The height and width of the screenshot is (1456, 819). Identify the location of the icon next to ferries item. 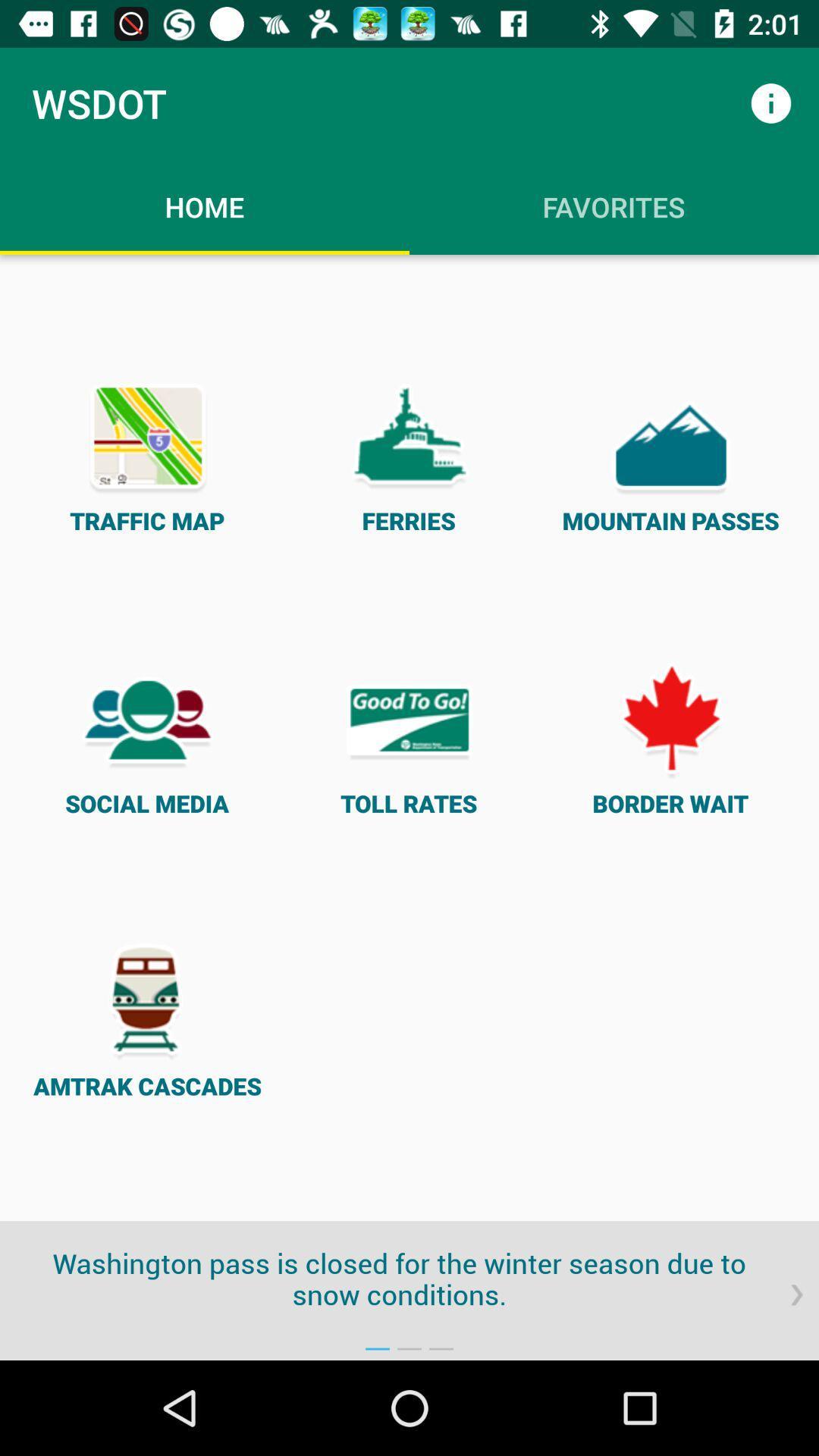
(147, 454).